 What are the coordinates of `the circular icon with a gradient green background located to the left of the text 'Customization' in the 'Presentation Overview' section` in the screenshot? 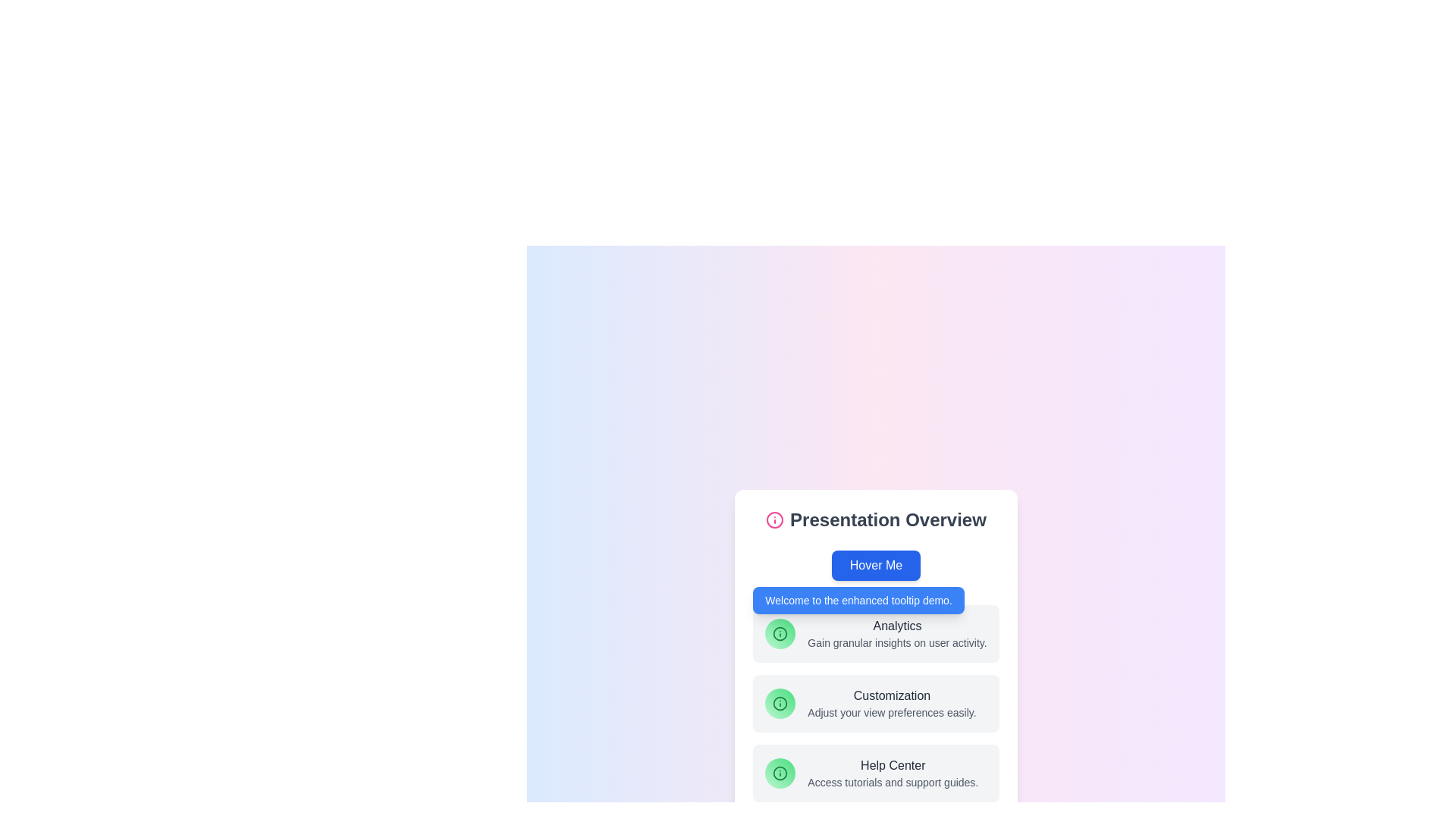 It's located at (780, 704).